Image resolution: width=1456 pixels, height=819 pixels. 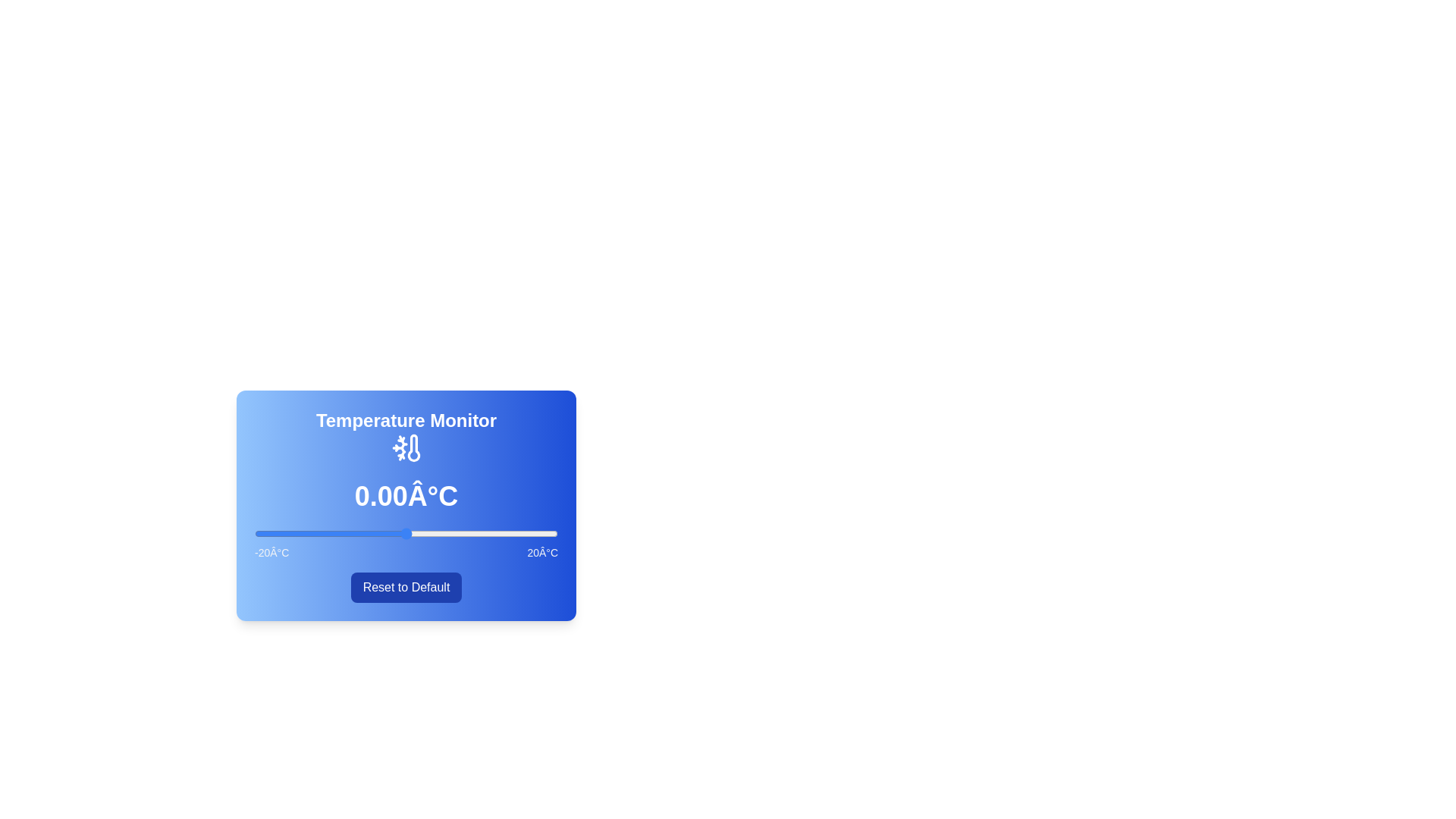 What do you see at coordinates (436, 533) in the screenshot?
I see `the temperature slider to 4 degrees Celsius` at bounding box center [436, 533].